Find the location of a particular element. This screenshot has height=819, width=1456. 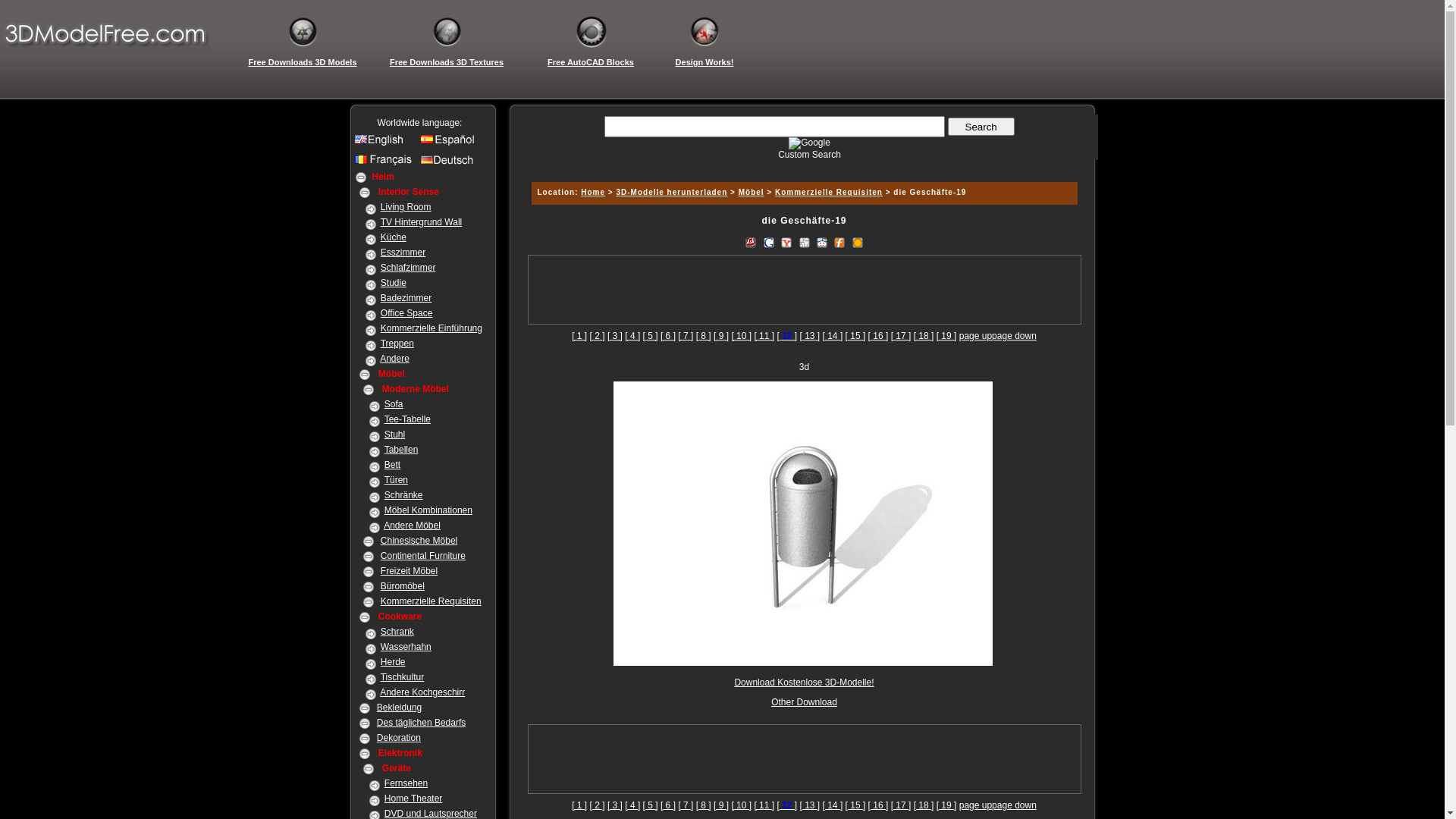

'Continental Furniture' is located at coordinates (422, 555).